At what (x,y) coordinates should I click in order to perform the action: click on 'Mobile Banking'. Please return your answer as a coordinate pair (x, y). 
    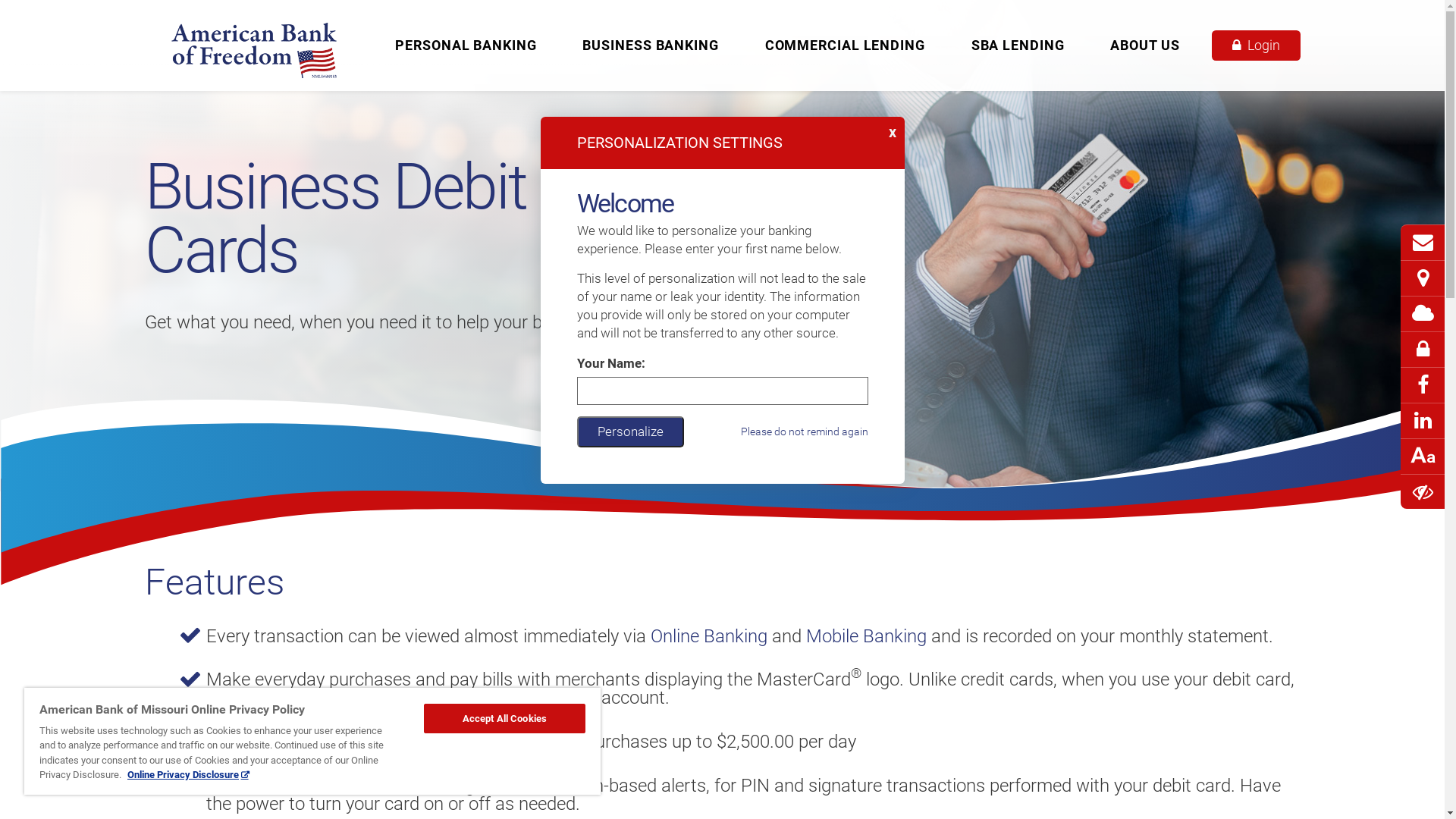
    Looking at the image, I should click on (866, 636).